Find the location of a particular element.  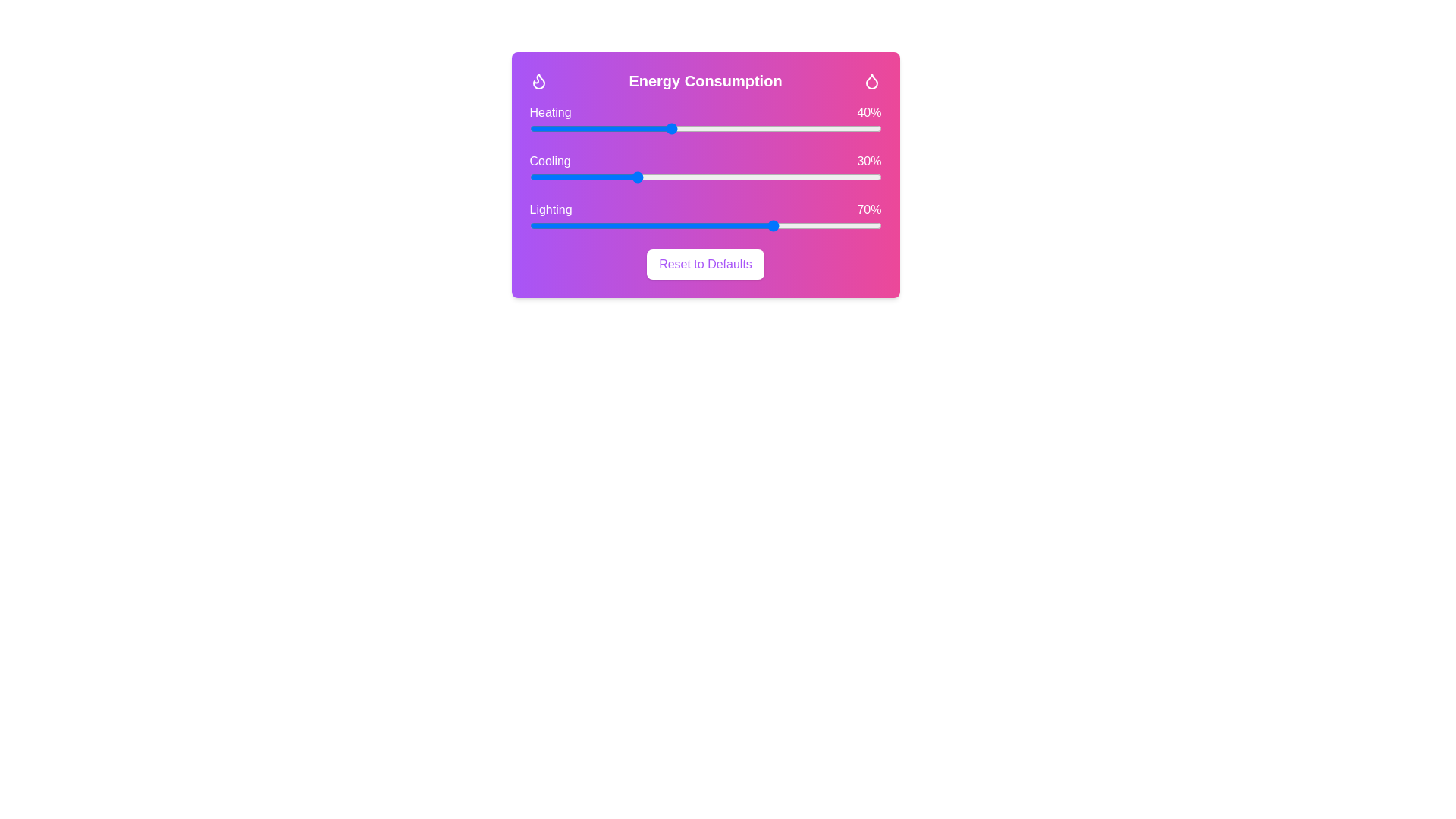

the 'Lighting' slider to set its value to 80 is located at coordinates (810, 225).